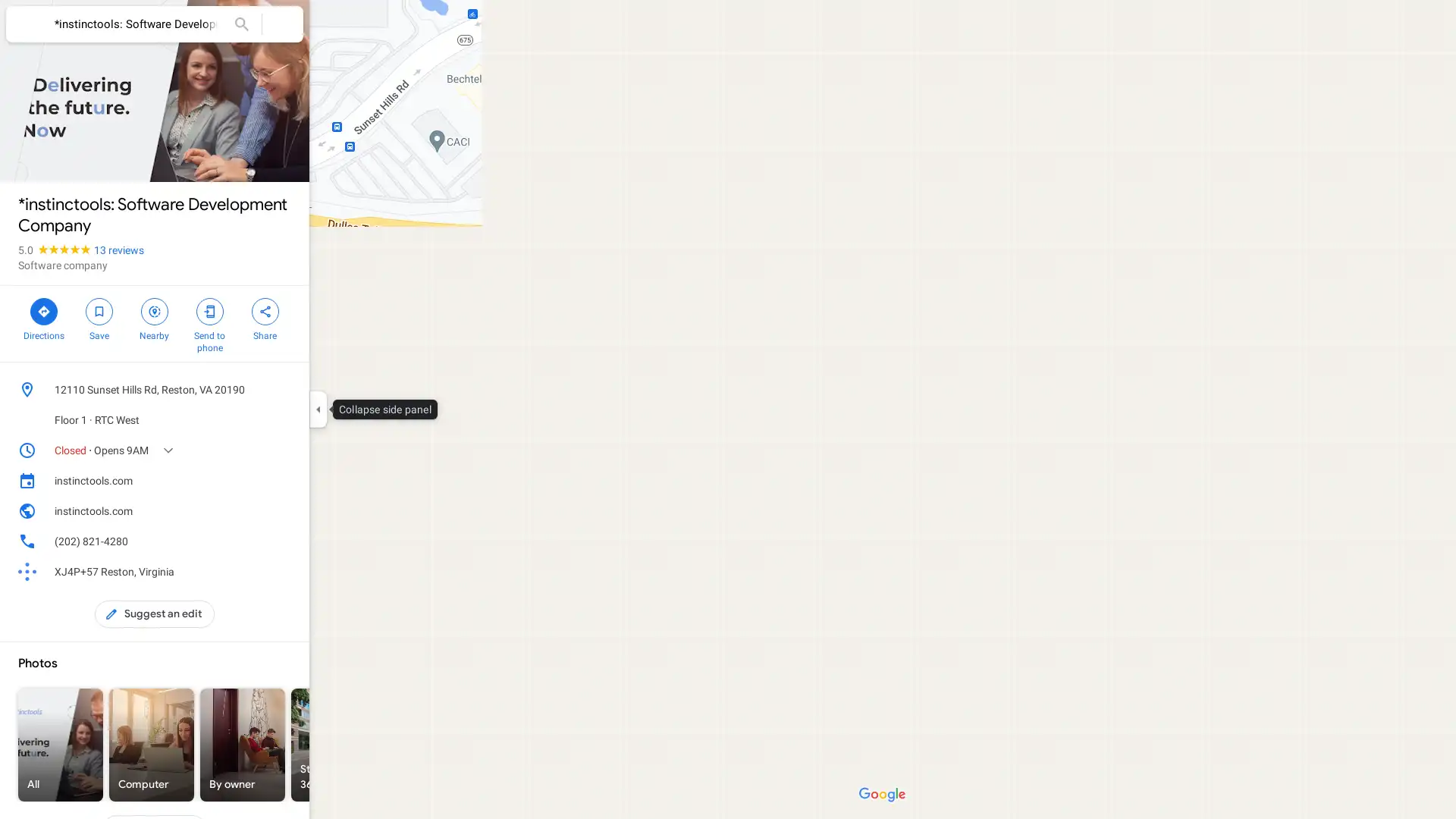 The width and height of the screenshot is (1456, 819). What do you see at coordinates (317, 409) in the screenshot?
I see `Collapse side panel` at bounding box center [317, 409].